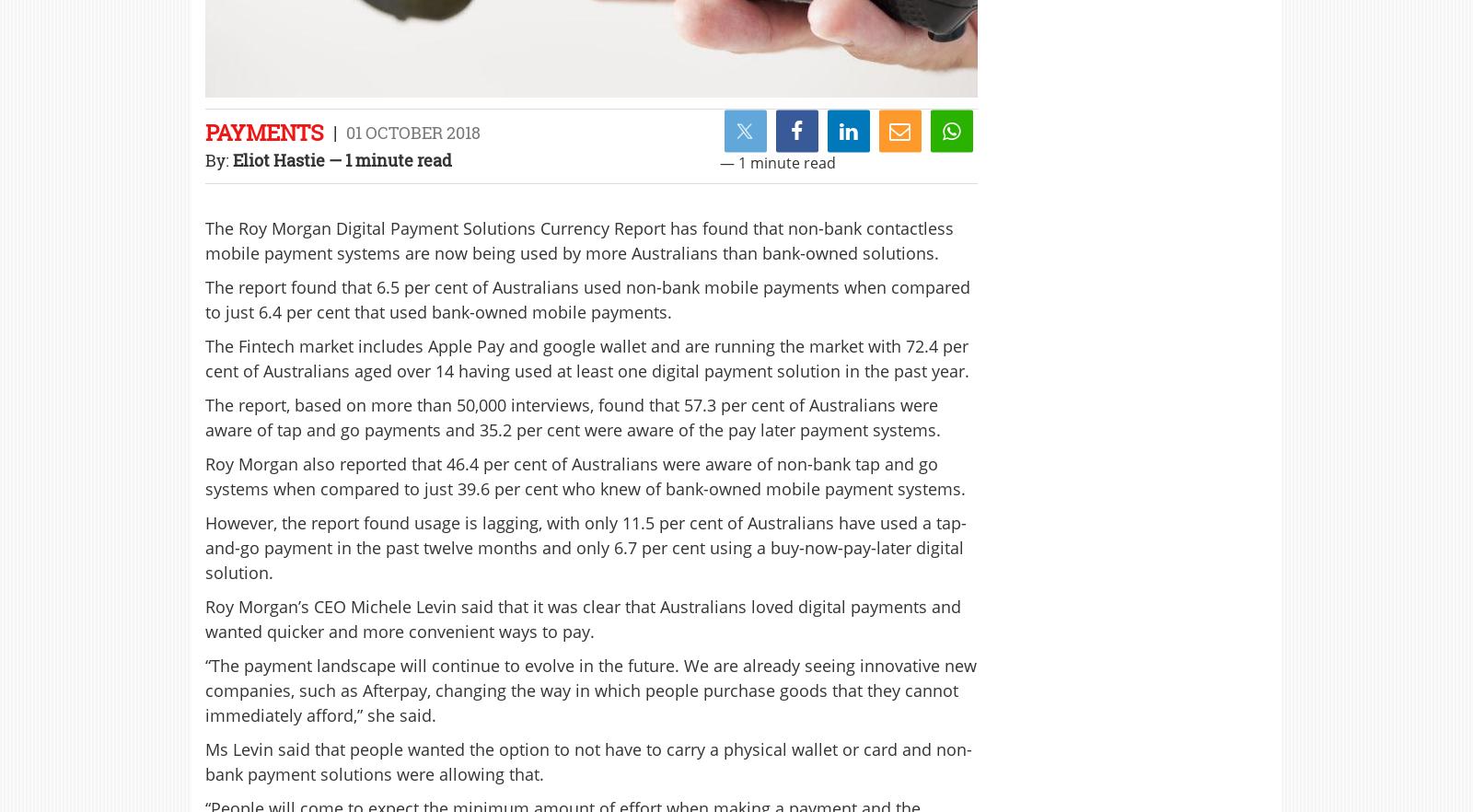 The height and width of the screenshot is (812, 1473). Describe the element at coordinates (588, 761) in the screenshot. I see `'Ms Levin said that people wanted the option to not have to carry a physical wallet or card and non-bank payment solutions were allowing that.'` at that location.